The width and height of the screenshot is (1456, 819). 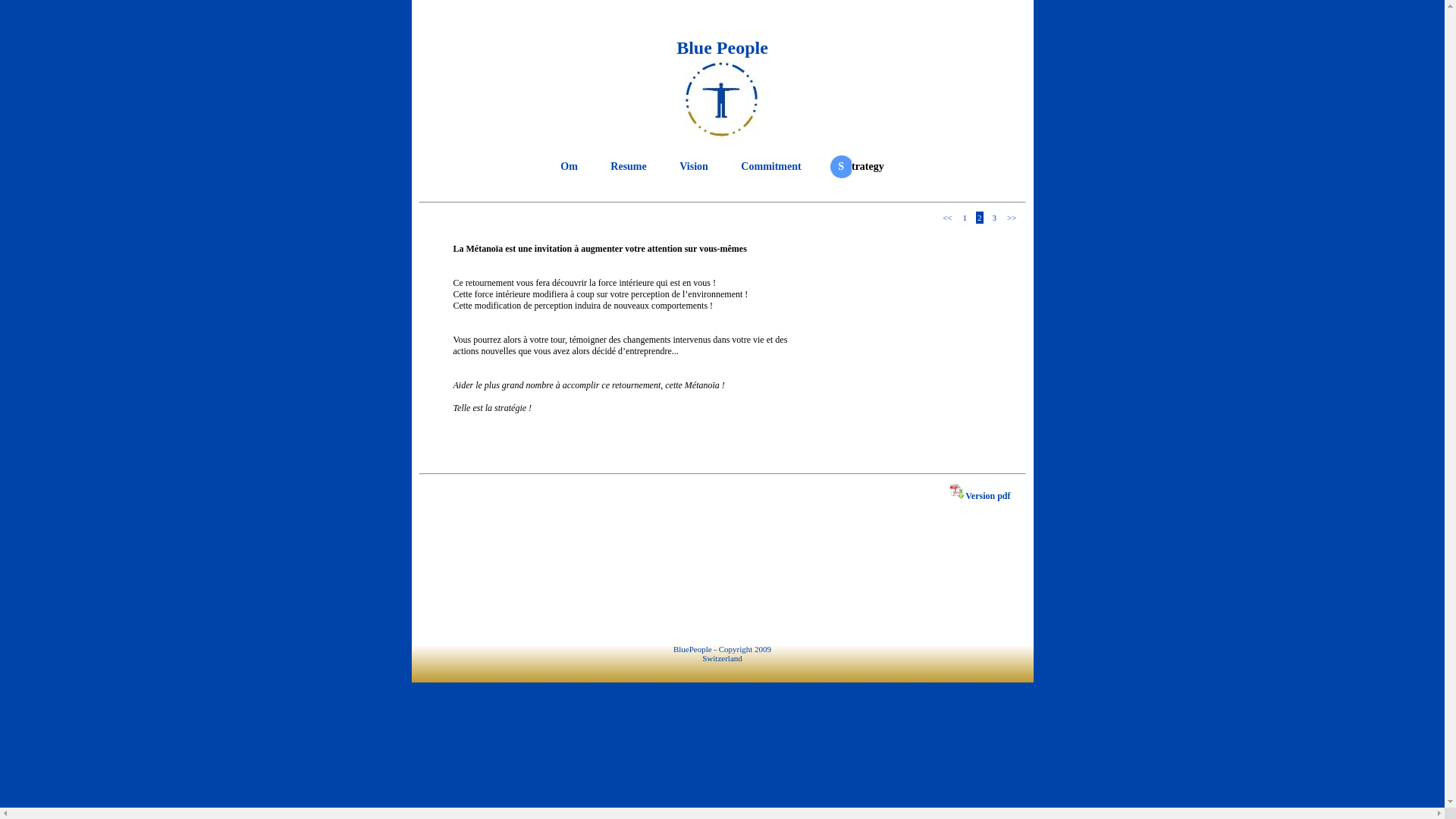 I want to click on '<<', so click(x=946, y=217).